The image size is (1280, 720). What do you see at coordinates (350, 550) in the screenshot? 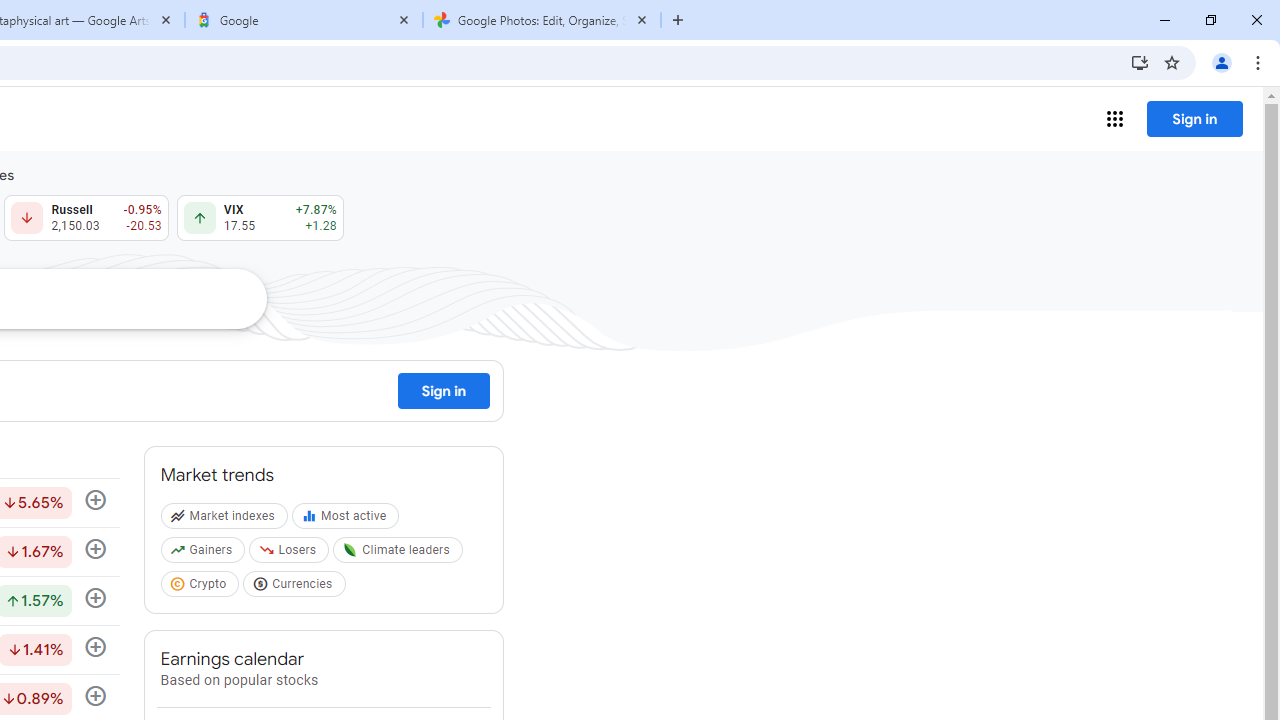
I see `'GLeaf logo'` at bounding box center [350, 550].